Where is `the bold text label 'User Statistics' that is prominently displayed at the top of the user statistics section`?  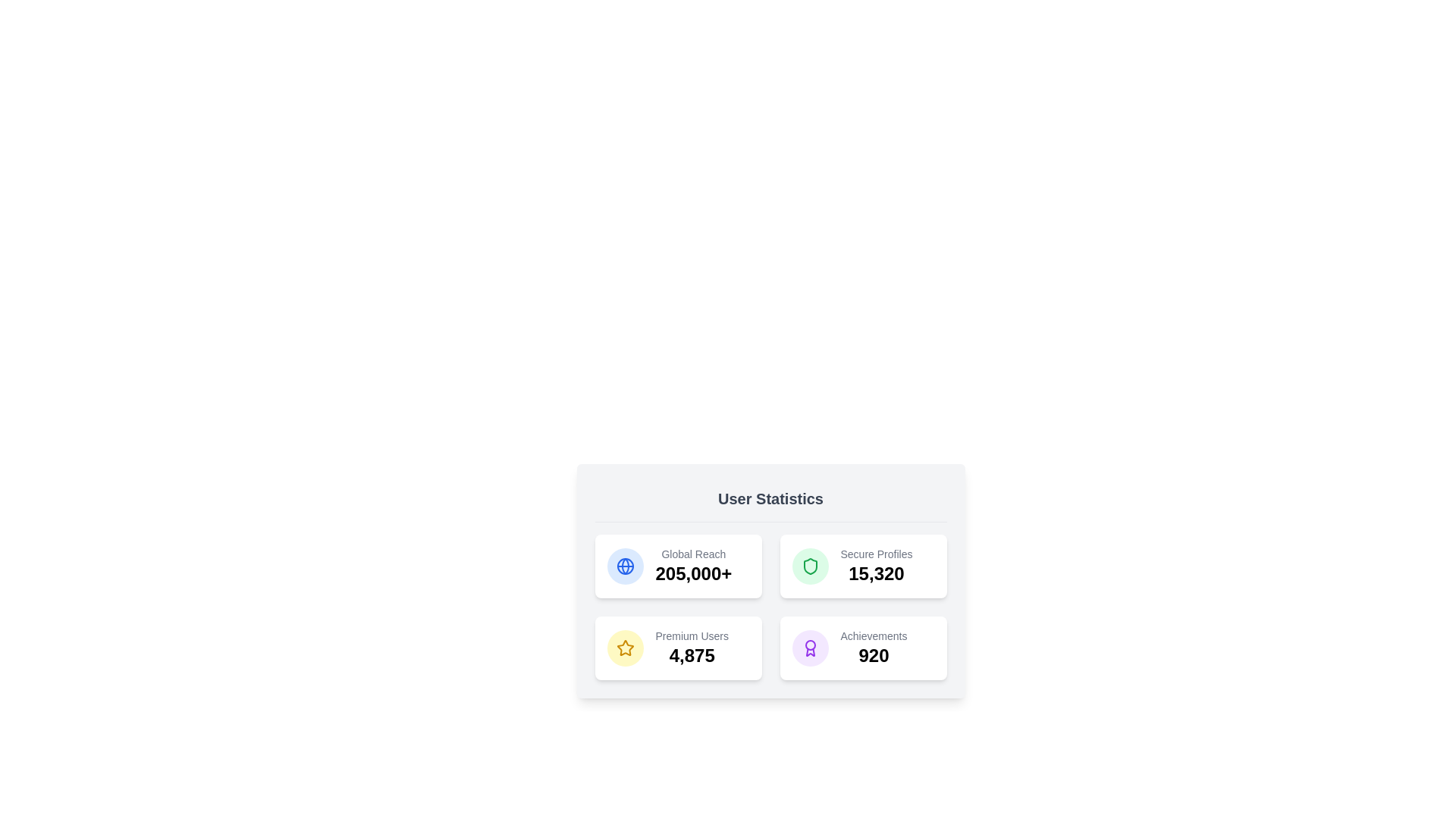 the bold text label 'User Statistics' that is prominently displayed at the top of the user statistics section is located at coordinates (770, 499).